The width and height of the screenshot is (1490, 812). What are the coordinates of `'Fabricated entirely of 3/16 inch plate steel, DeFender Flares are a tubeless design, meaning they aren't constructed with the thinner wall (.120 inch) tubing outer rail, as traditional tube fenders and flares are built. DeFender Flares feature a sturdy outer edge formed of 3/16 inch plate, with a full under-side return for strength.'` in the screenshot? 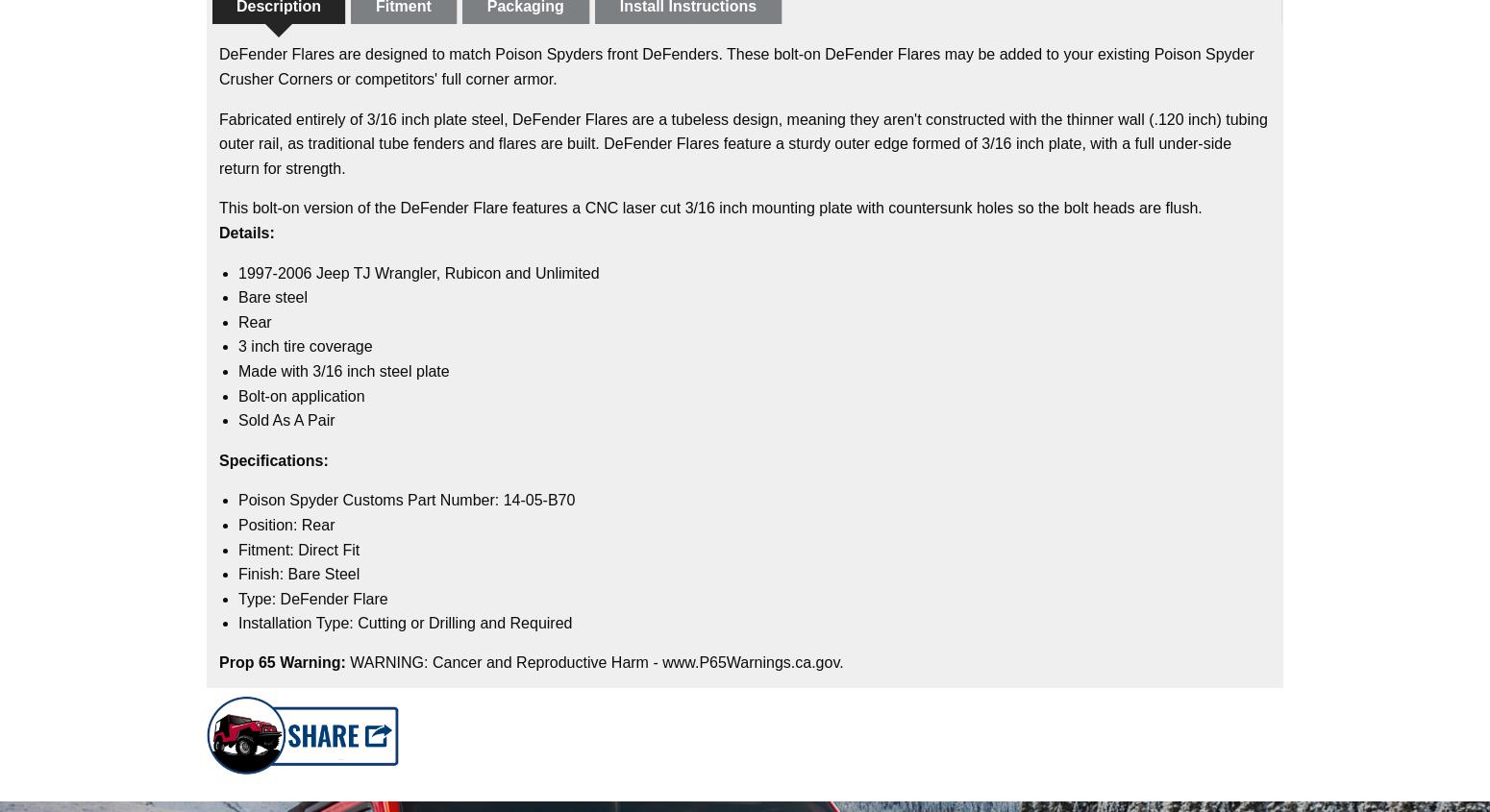 It's located at (742, 142).